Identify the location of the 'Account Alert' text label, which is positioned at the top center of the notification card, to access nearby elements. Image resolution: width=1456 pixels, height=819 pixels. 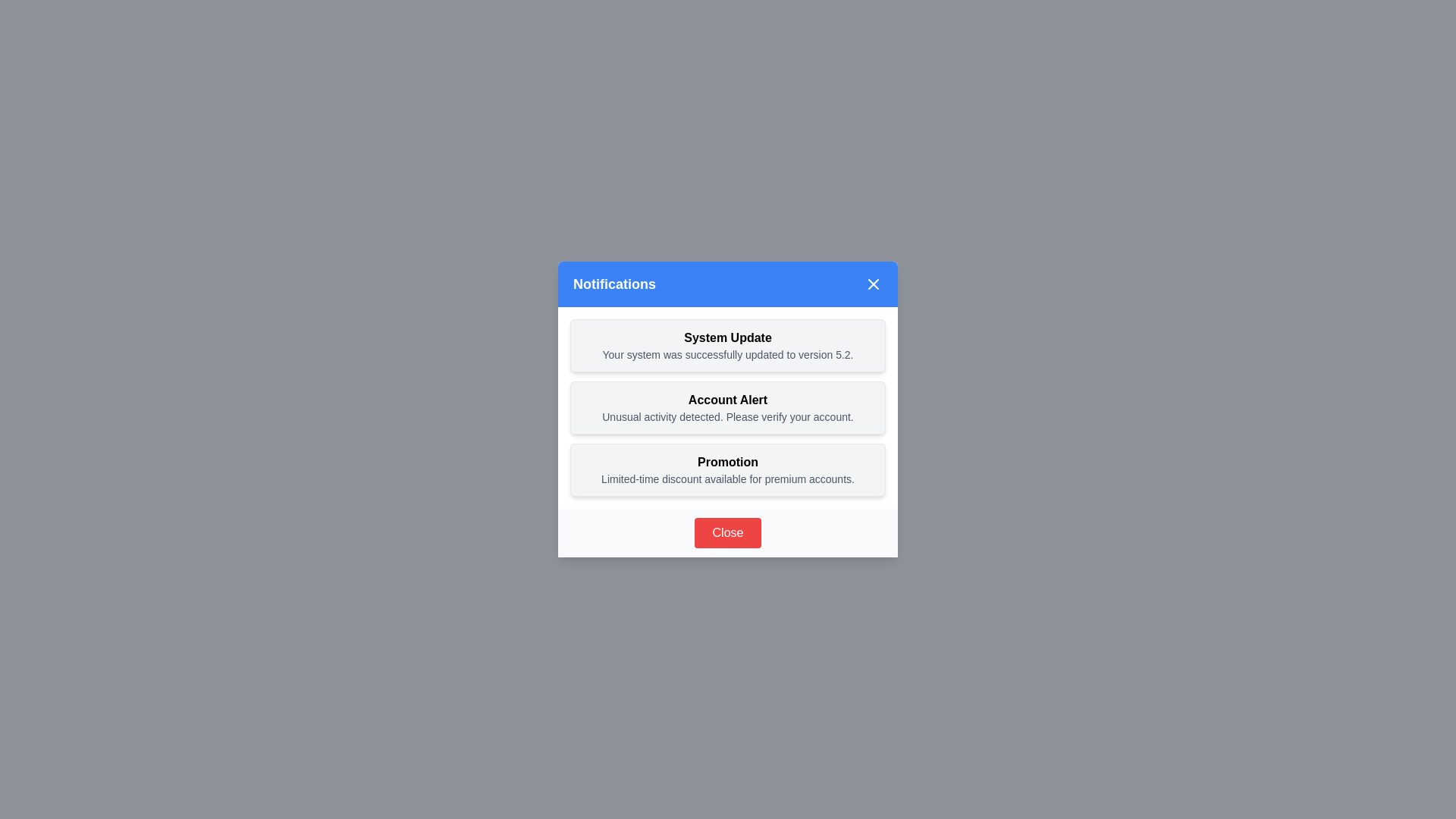
(728, 400).